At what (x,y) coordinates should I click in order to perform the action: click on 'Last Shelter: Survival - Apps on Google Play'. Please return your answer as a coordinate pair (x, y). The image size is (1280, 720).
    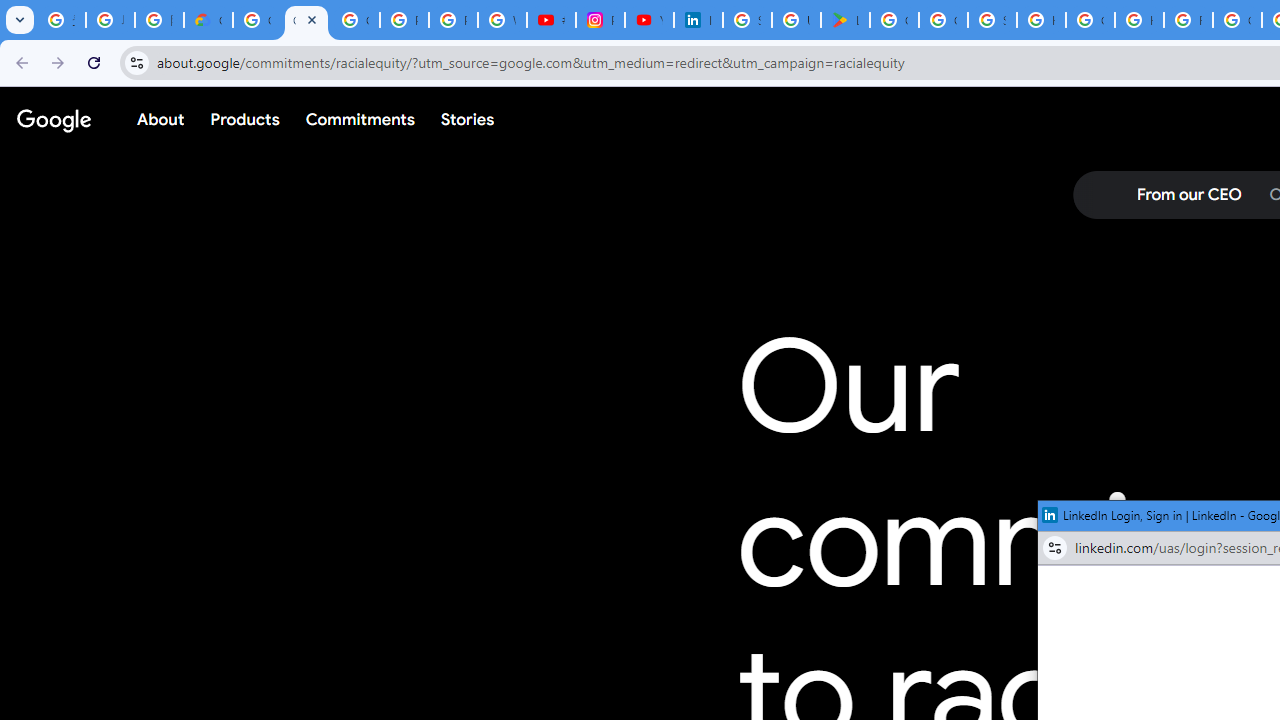
    Looking at the image, I should click on (845, 20).